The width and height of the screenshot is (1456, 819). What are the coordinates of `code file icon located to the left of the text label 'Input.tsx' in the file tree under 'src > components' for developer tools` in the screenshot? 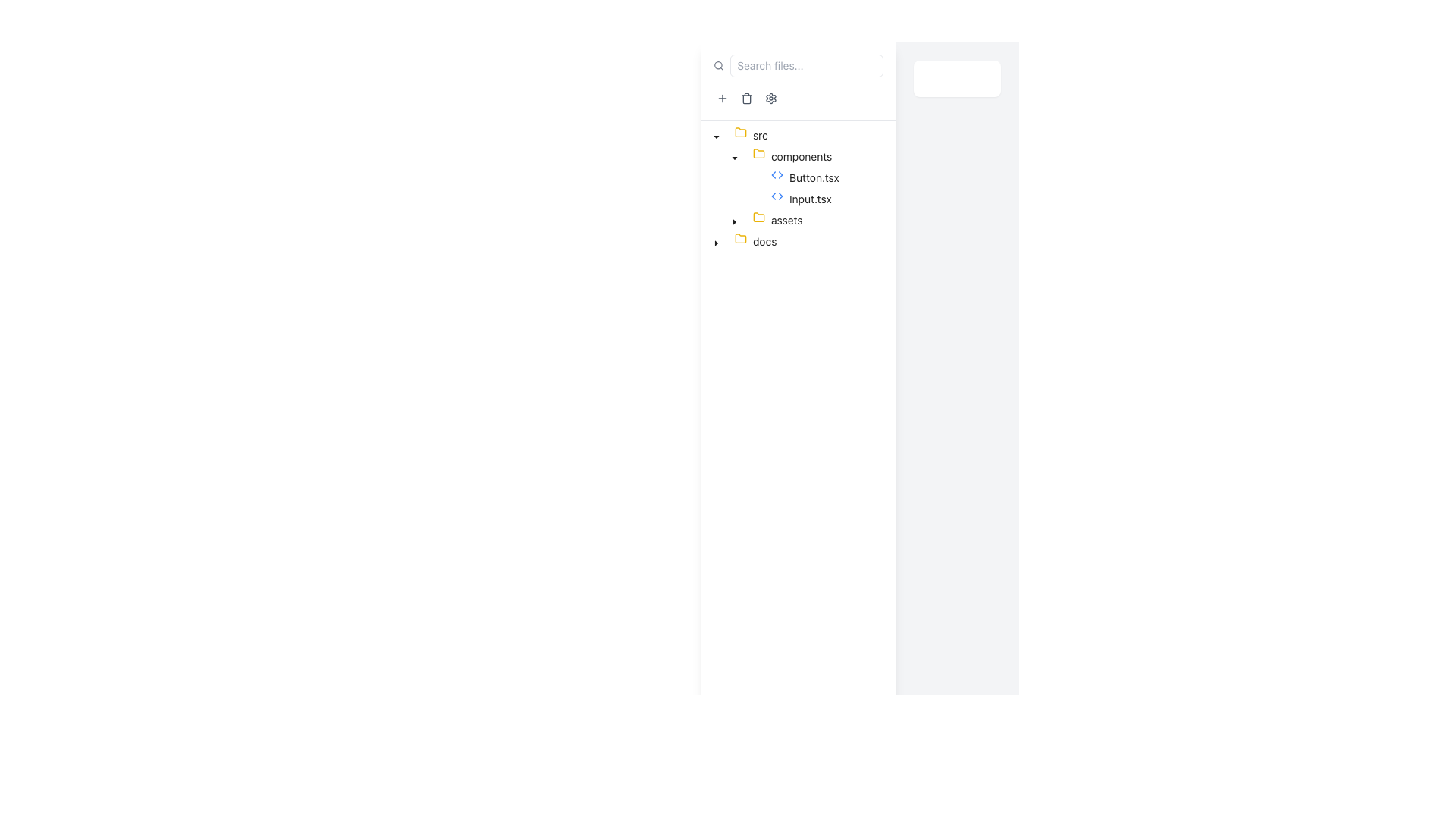 It's located at (780, 198).